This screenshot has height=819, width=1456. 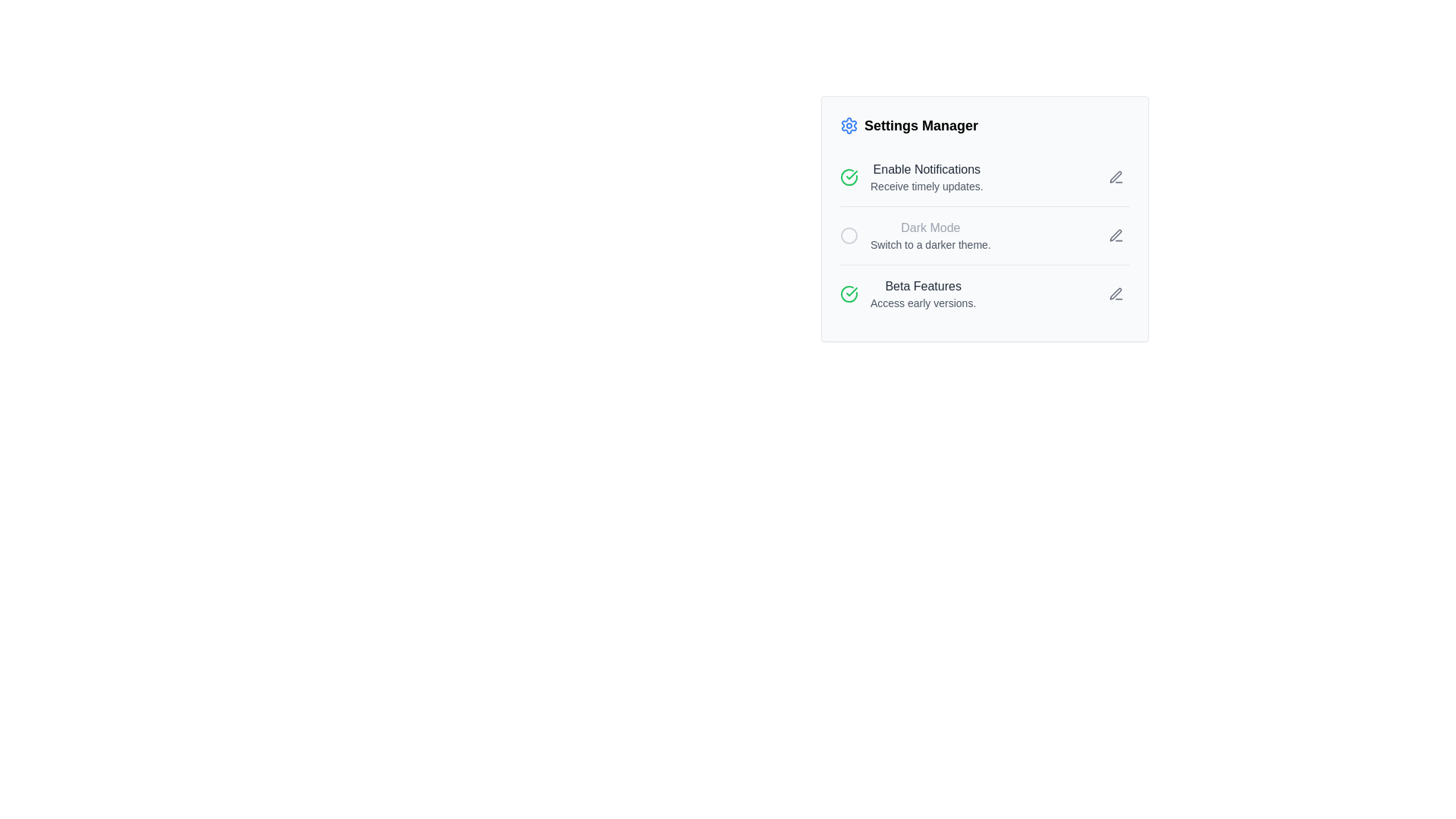 I want to click on information displayed in the 'Enable Notifications' text block, which consists of a prominent title and a descriptive line aligned vertically within the 'Settings Manager' panel, so click(x=926, y=177).